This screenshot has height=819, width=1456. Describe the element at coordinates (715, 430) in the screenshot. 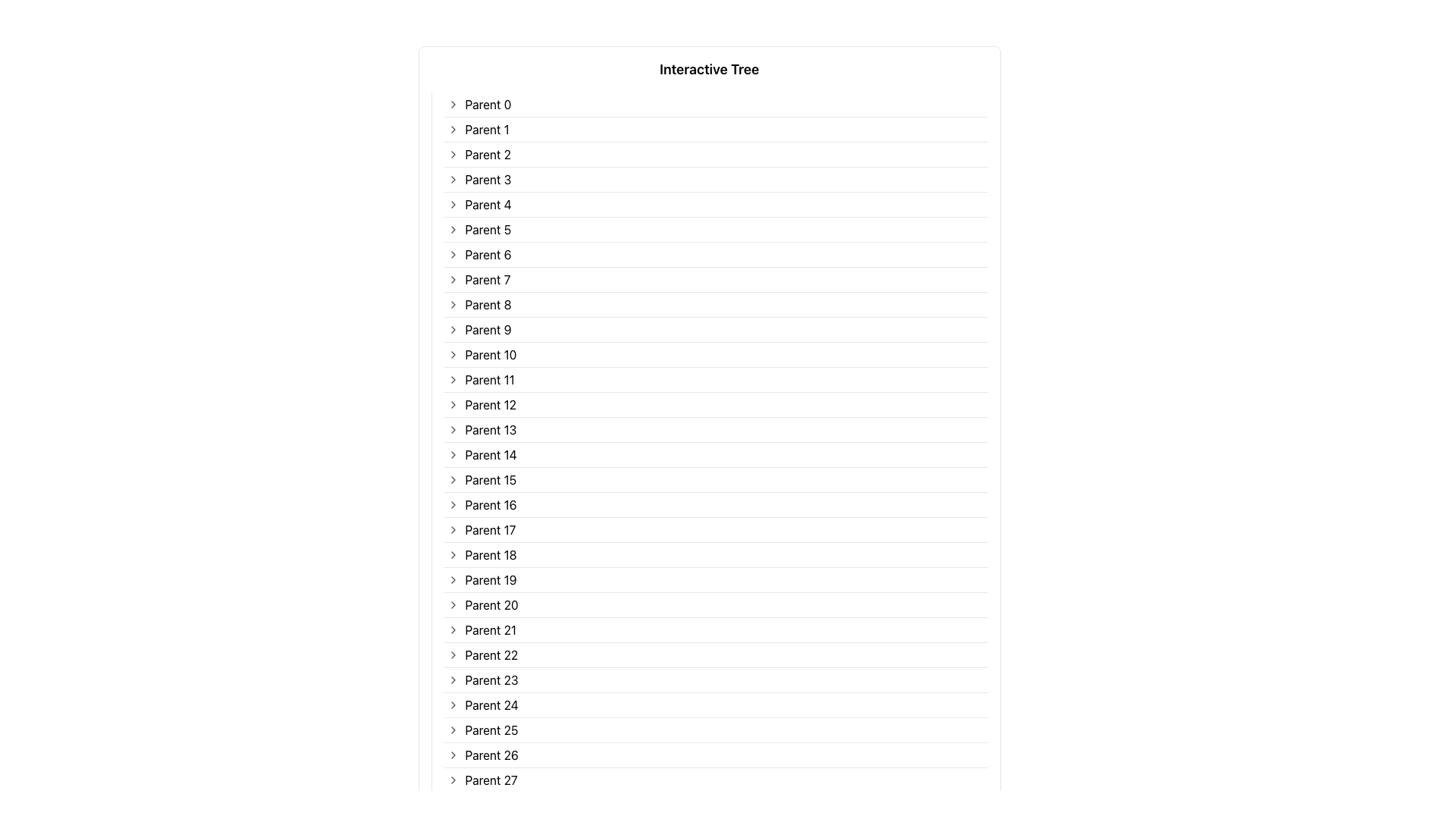

I see `the thirteenth list item in the tree view that represents a hierarchical level, allowing interaction to expand or collapse its children` at that location.